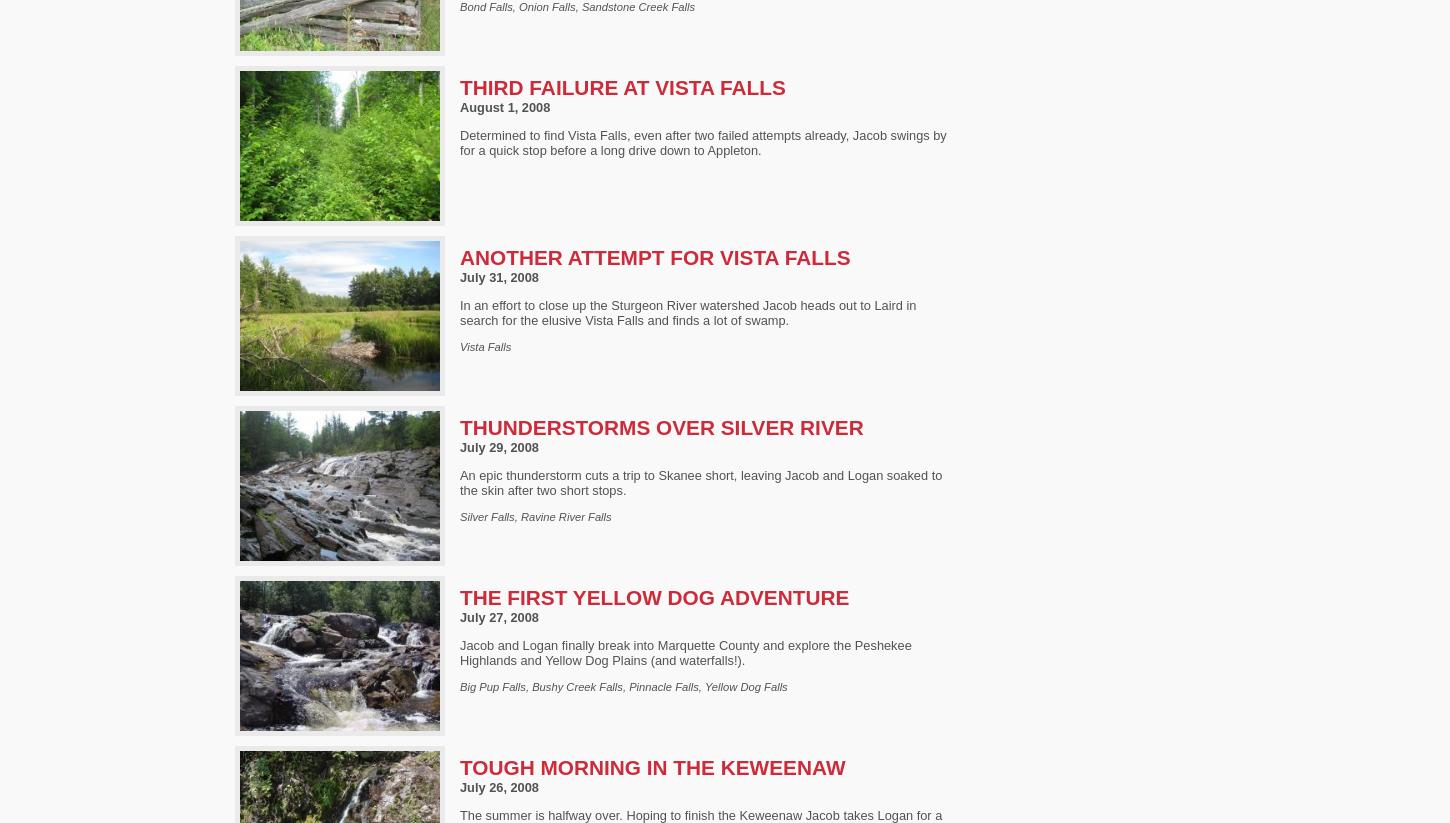 The image size is (1450, 823). Describe the element at coordinates (653, 256) in the screenshot. I see `'Another Attempt for Vista Falls'` at that location.